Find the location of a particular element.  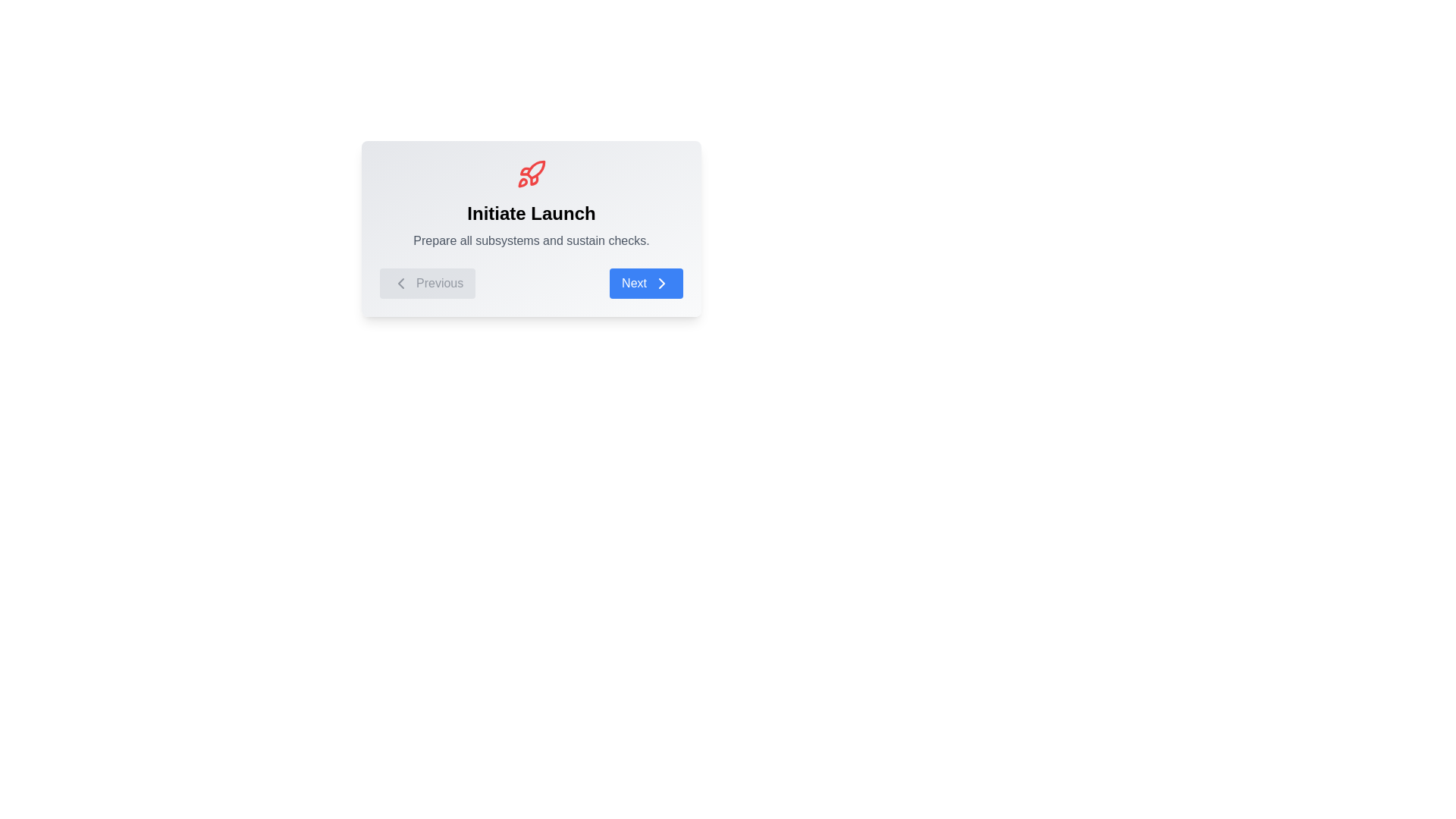

the Previous button to navigate is located at coordinates (427, 284).